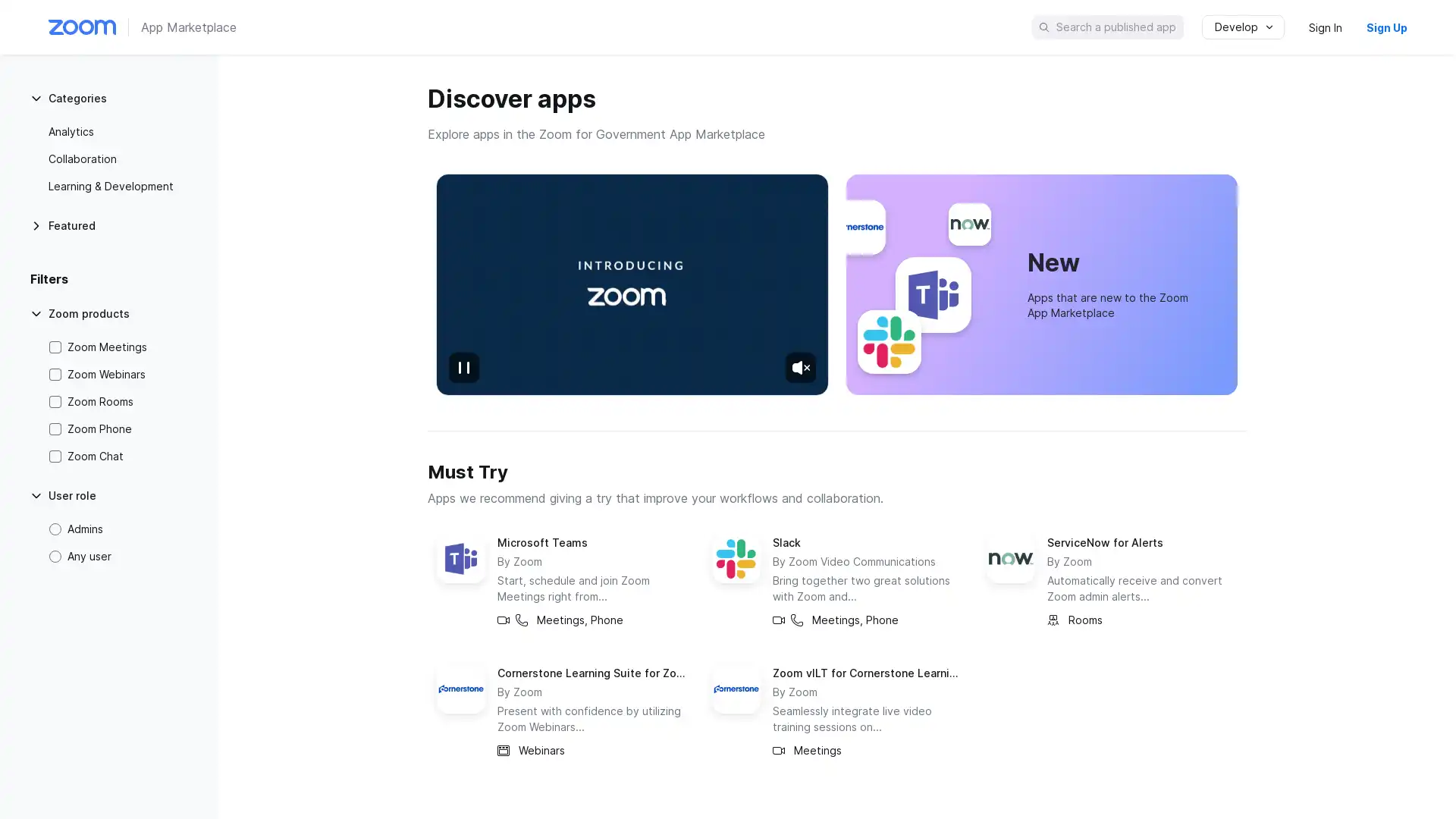 This screenshot has height=819, width=1456. I want to click on User role, so click(108, 496).